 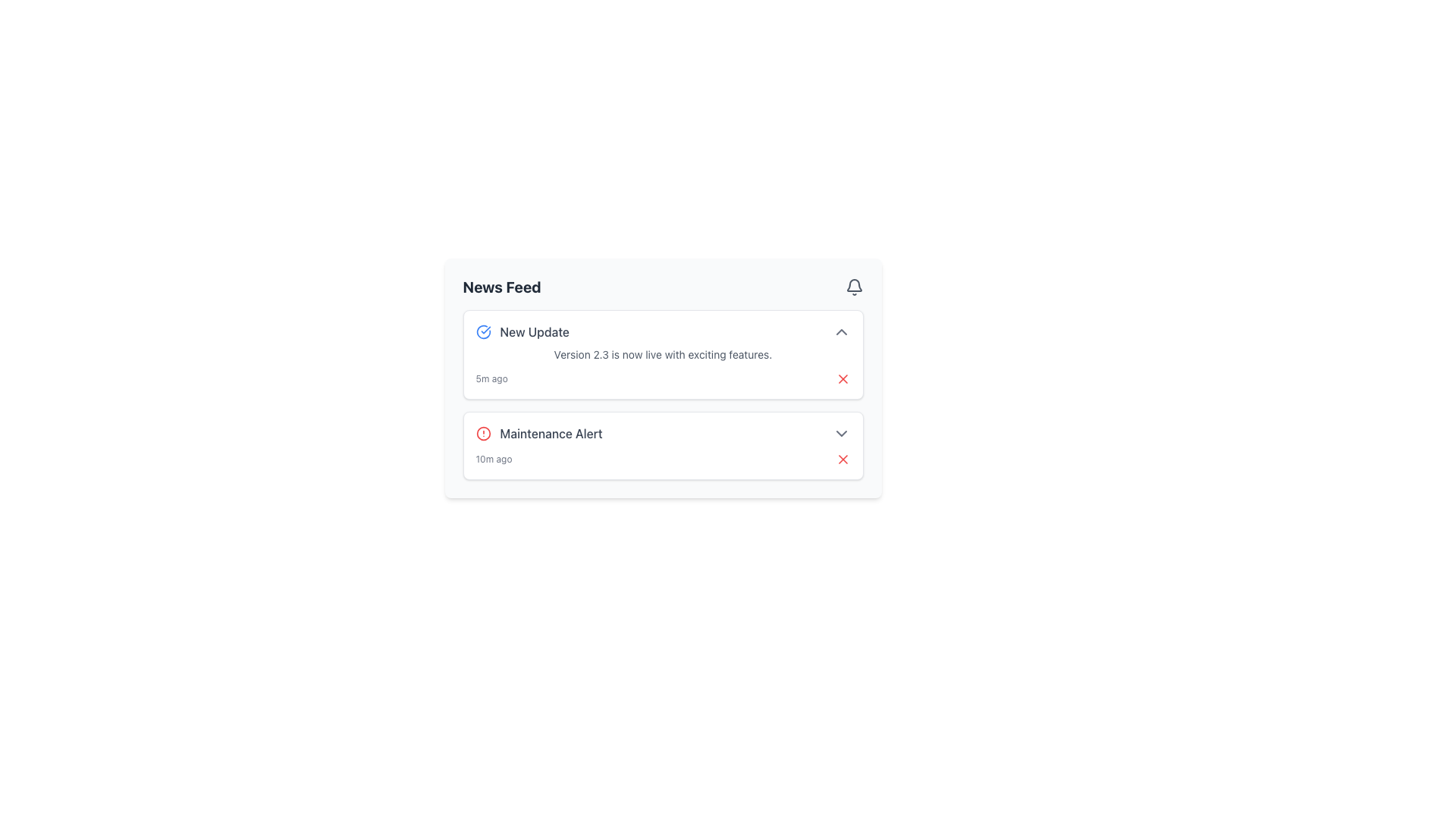 What do you see at coordinates (663, 458) in the screenshot?
I see `the timestamp display for the 'Maintenance Alert' found at the bottom of the 'Maintenance Alert' card in the 'News Feed' section` at bounding box center [663, 458].